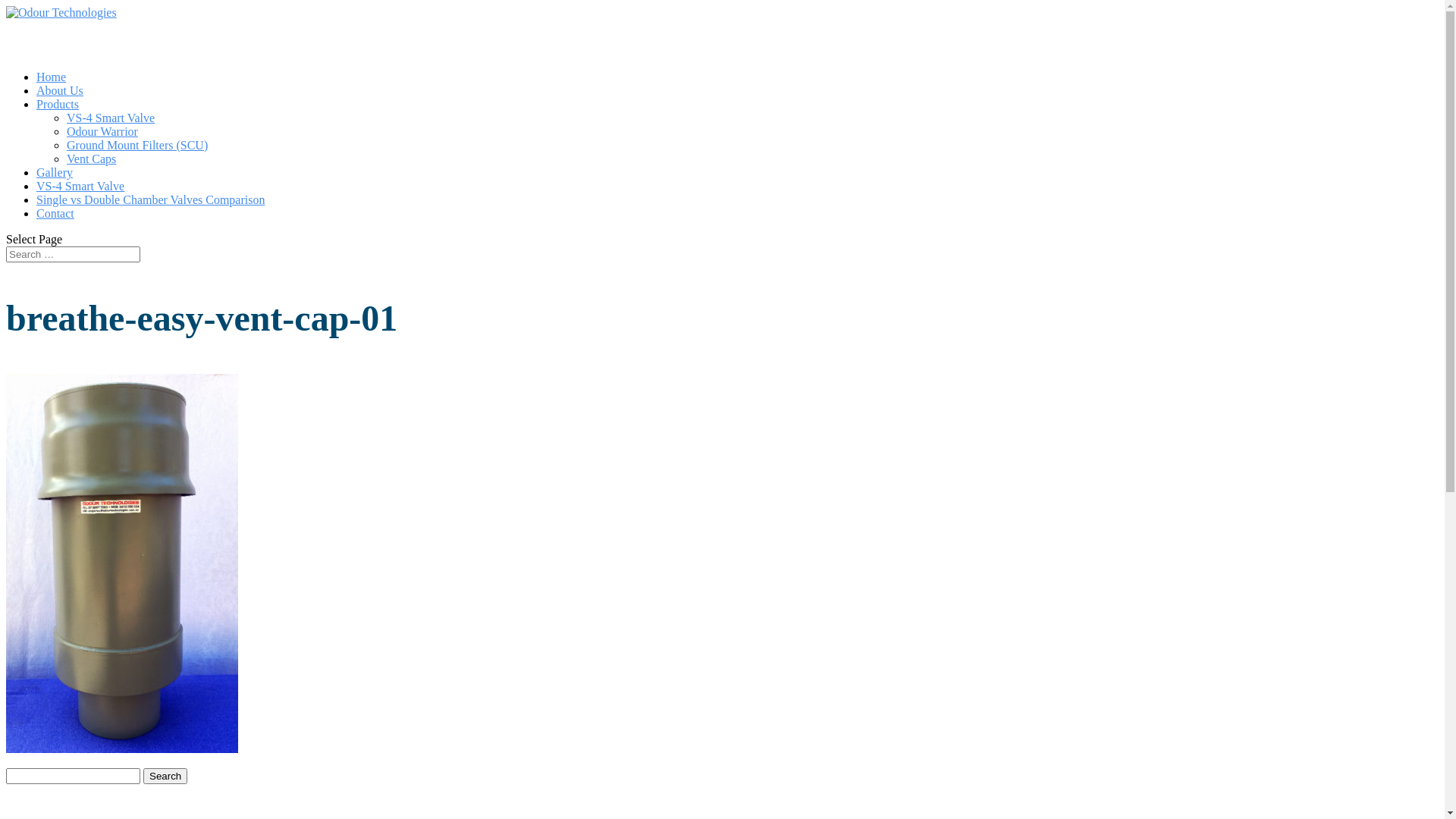 This screenshot has width=1456, height=819. Describe the element at coordinates (36, 96) in the screenshot. I see `'Home'` at that location.